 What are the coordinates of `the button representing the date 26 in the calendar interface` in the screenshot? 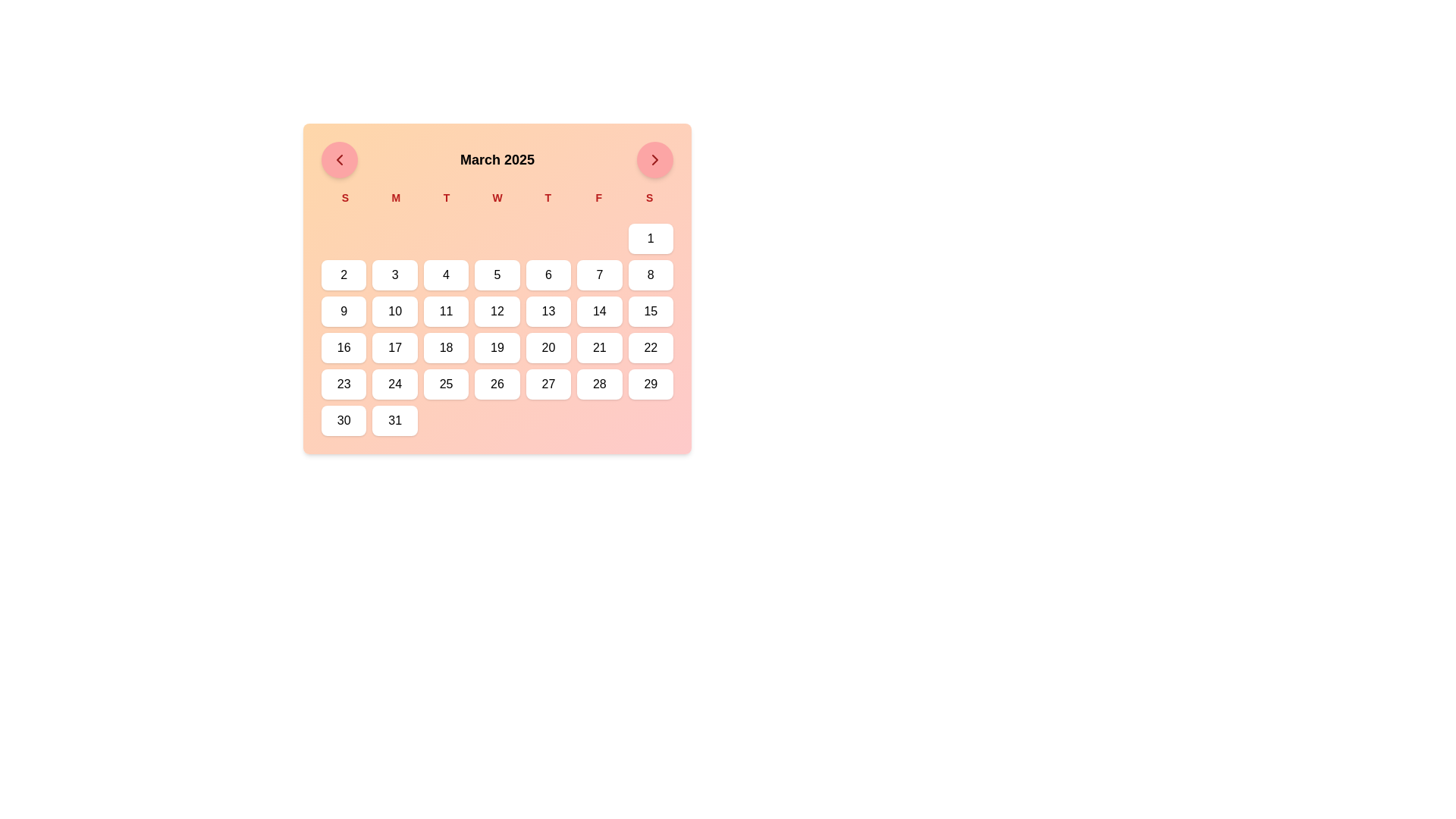 It's located at (497, 383).